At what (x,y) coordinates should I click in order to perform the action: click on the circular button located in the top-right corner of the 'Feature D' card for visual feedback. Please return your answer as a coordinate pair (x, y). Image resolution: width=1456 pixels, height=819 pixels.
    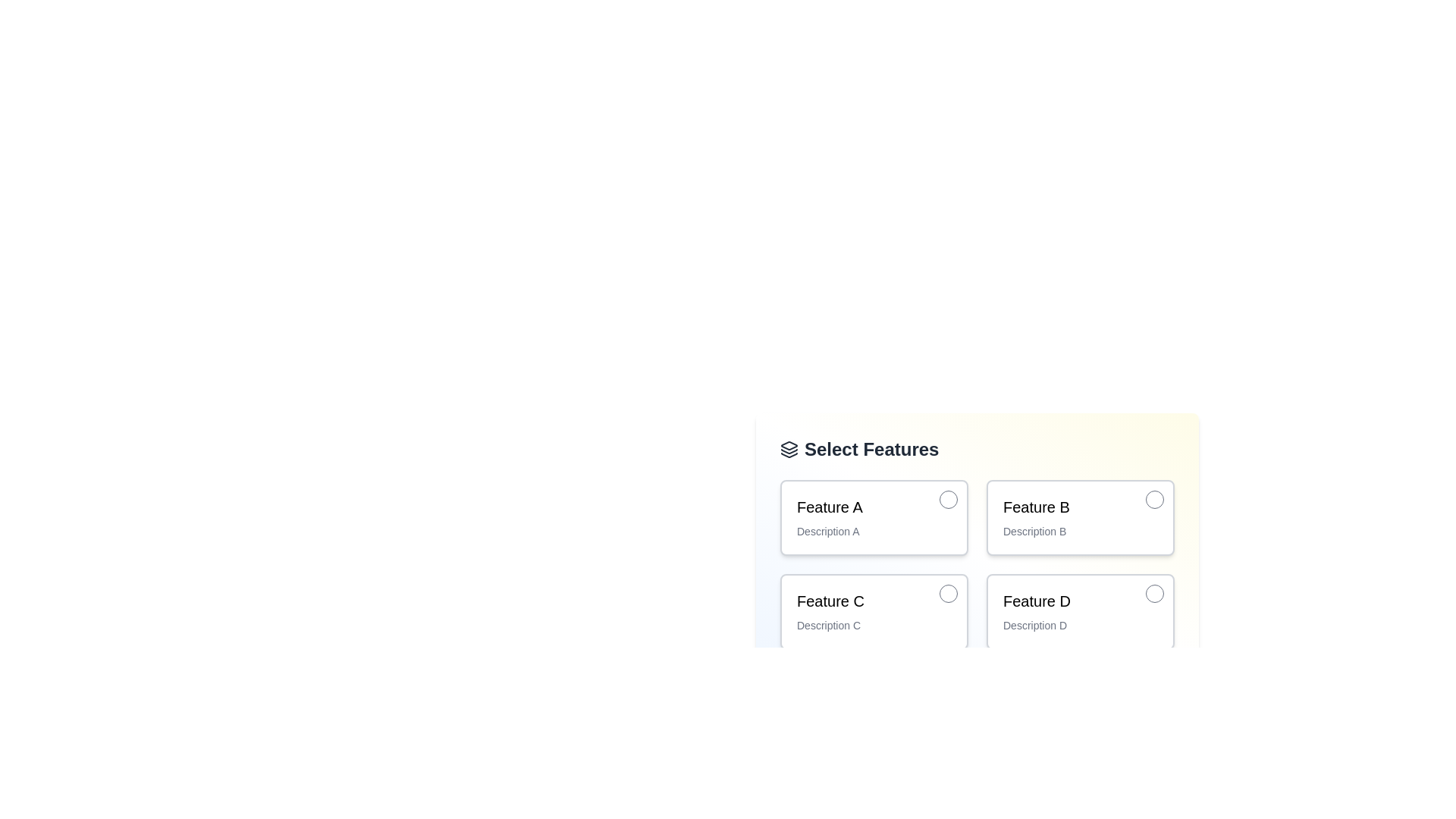
    Looking at the image, I should click on (1153, 593).